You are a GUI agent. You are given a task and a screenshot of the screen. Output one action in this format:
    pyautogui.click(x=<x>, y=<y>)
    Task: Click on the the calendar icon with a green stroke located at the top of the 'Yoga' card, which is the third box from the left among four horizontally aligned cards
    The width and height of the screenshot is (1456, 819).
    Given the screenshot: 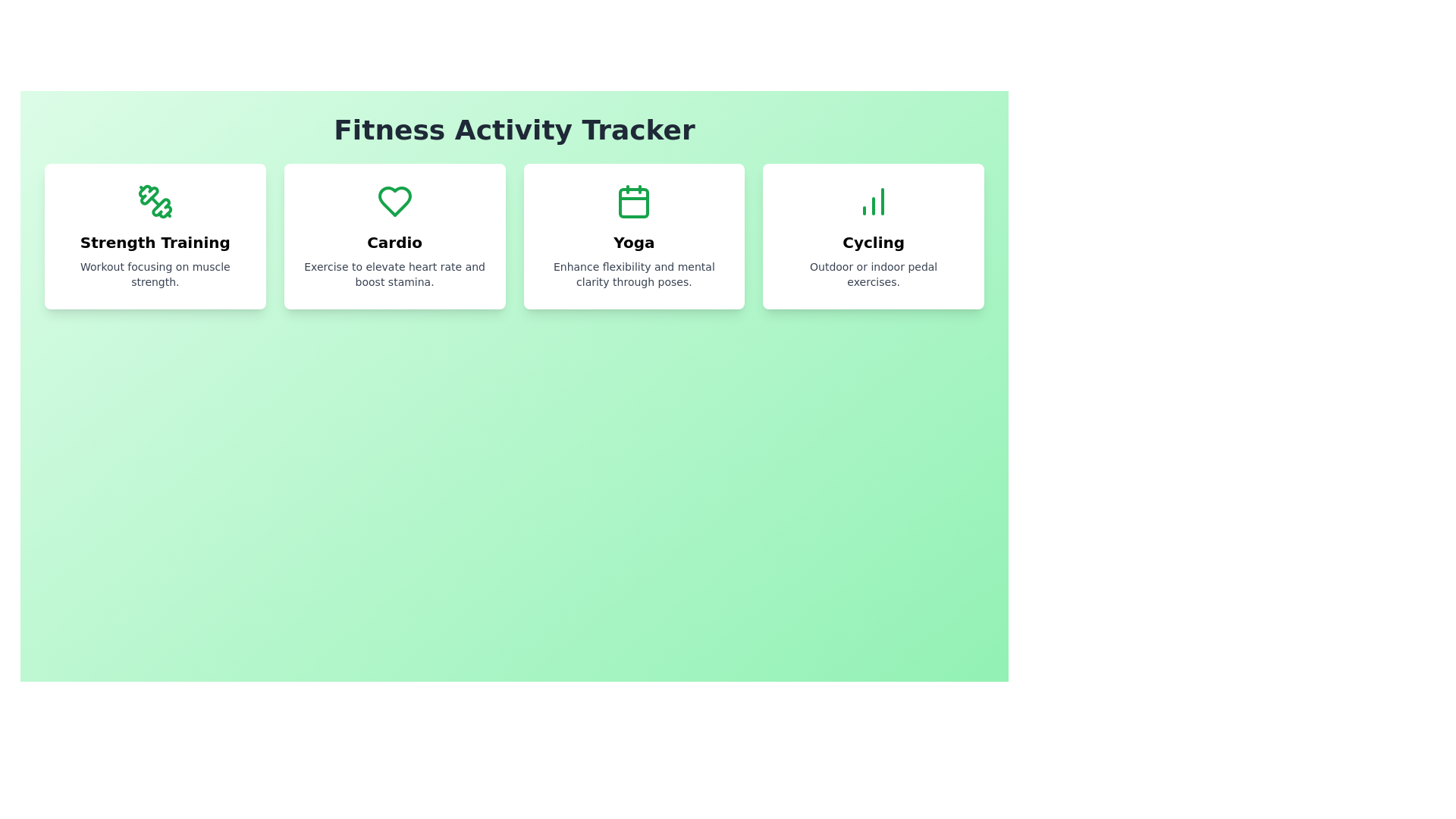 What is the action you would take?
    pyautogui.click(x=634, y=201)
    